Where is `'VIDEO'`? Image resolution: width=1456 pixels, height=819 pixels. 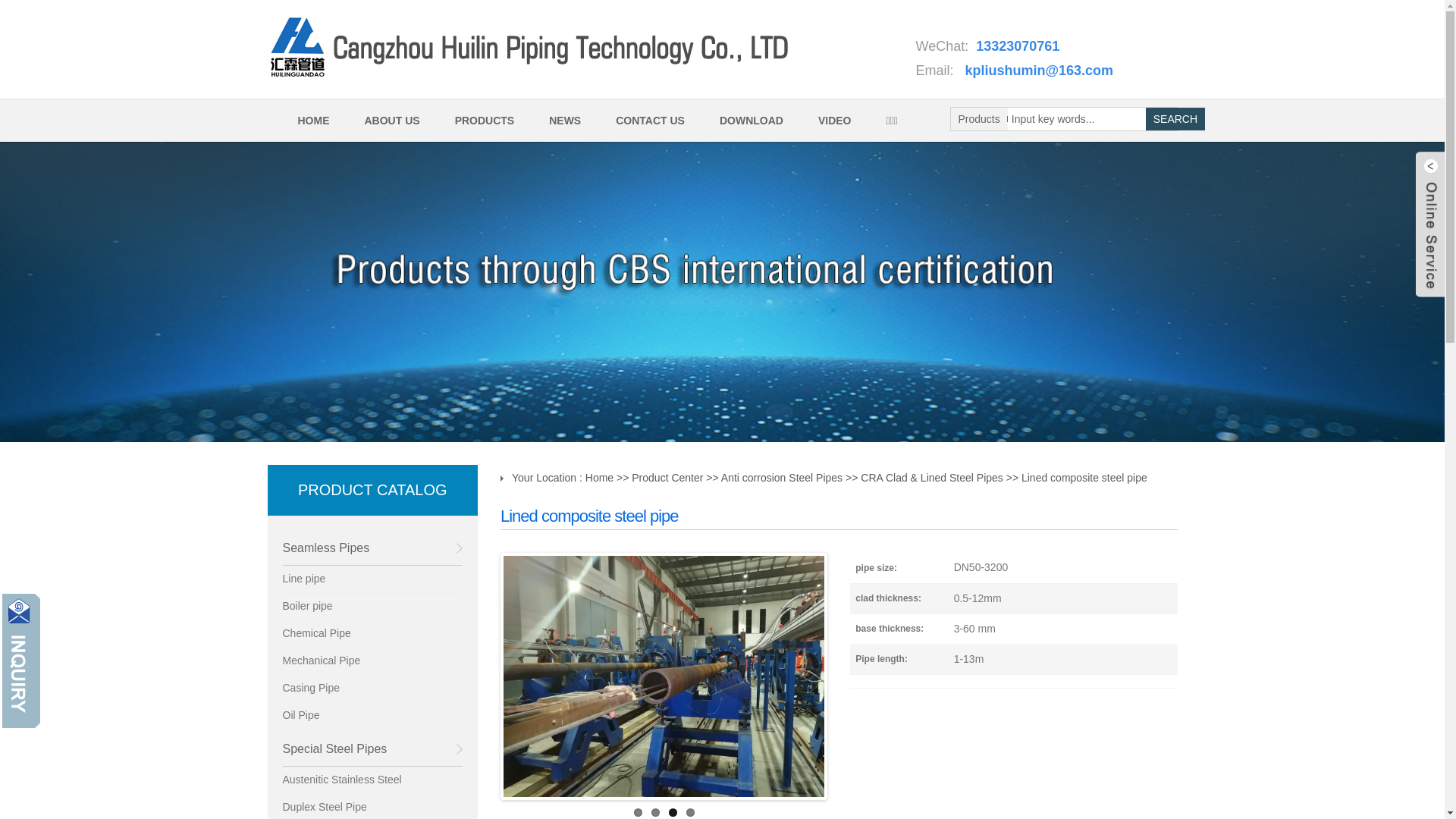 'VIDEO' is located at coordinates (832, 119).